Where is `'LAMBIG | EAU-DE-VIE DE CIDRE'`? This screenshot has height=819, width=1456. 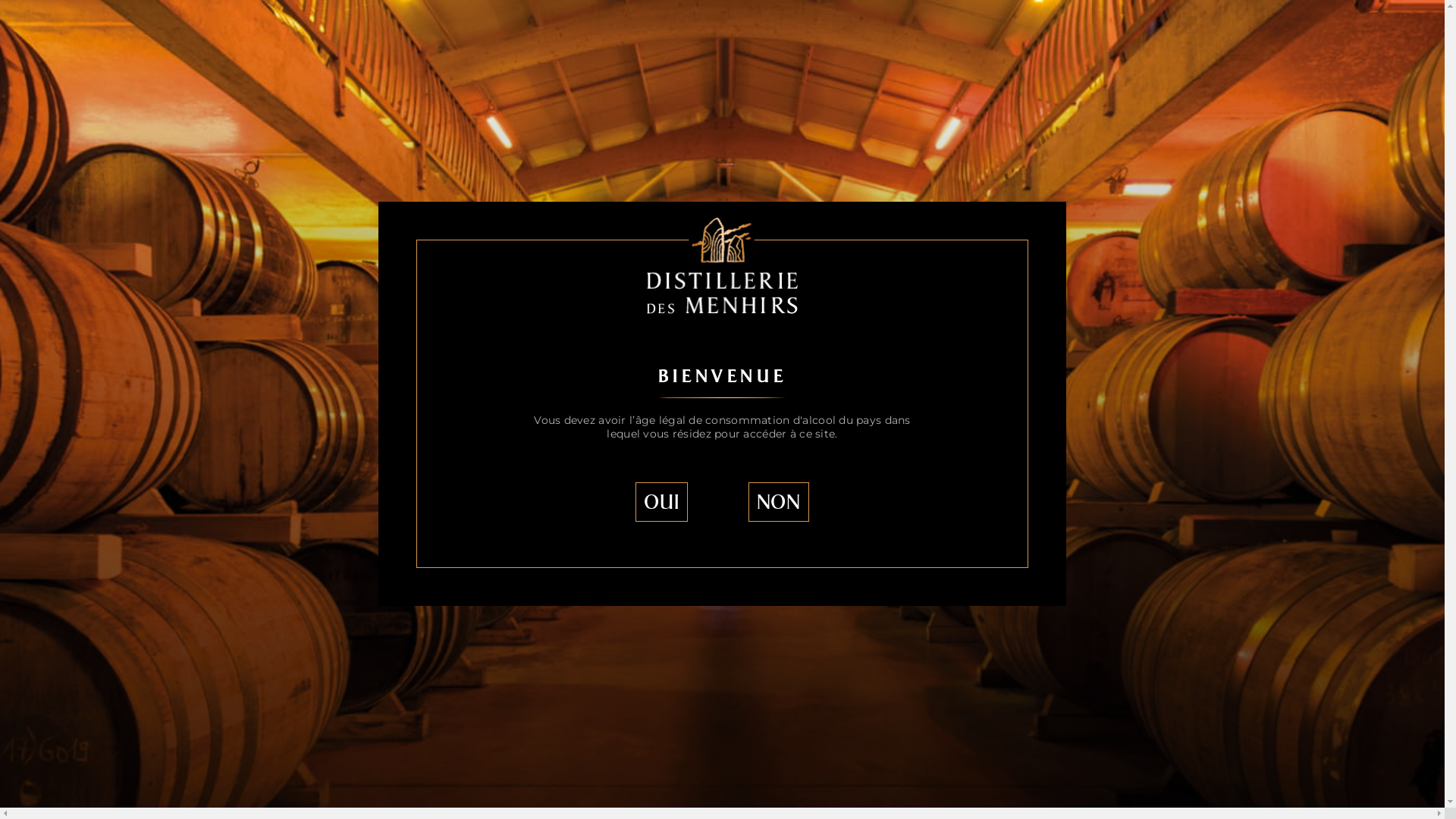 'LAMBIG | EAU-DE-VIE DE CIDRE' is located at coordinates (362, 102).